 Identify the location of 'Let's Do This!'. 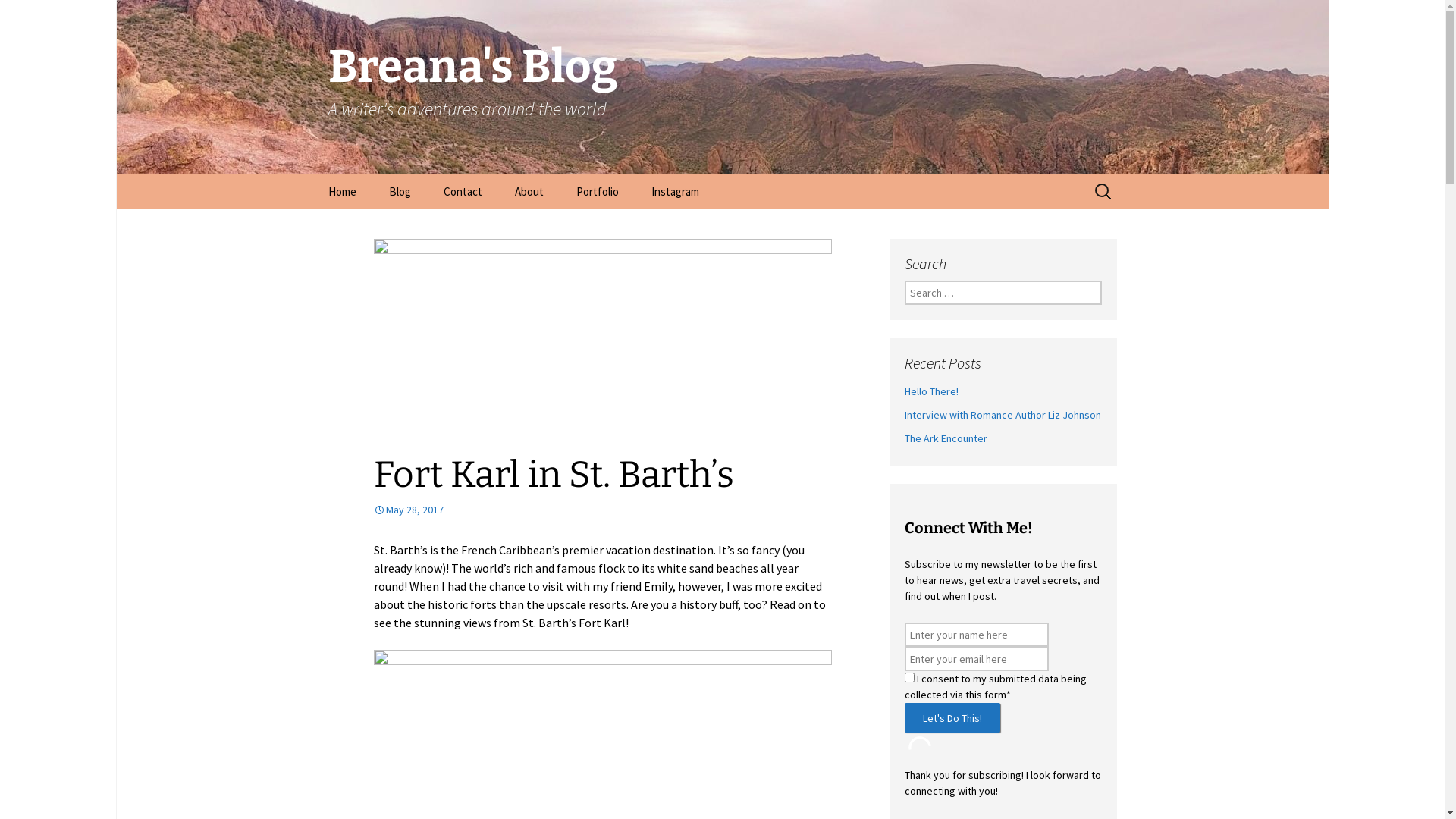
(903, 717).